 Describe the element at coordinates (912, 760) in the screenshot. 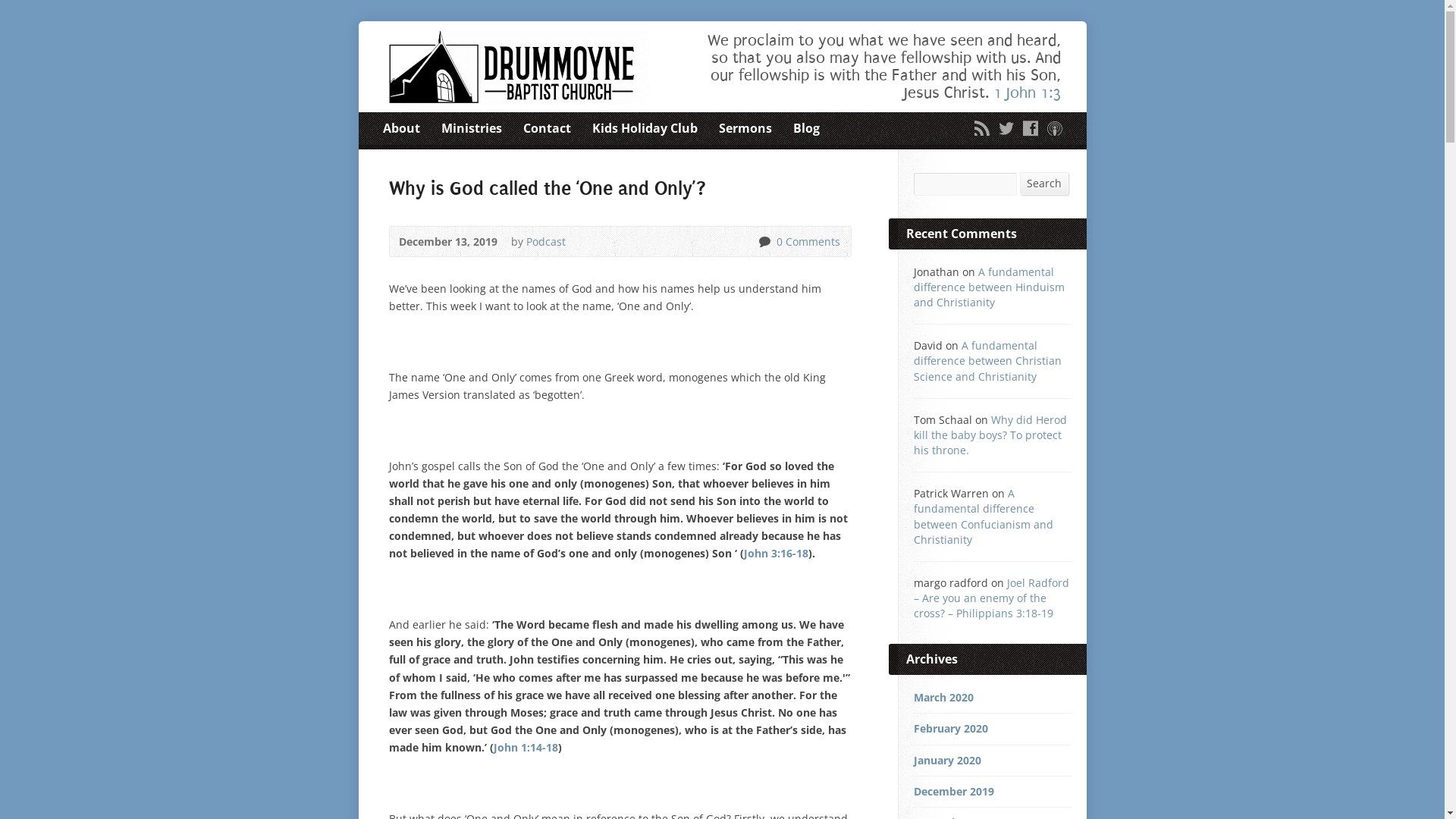

I see `'January 2020'` at that location.